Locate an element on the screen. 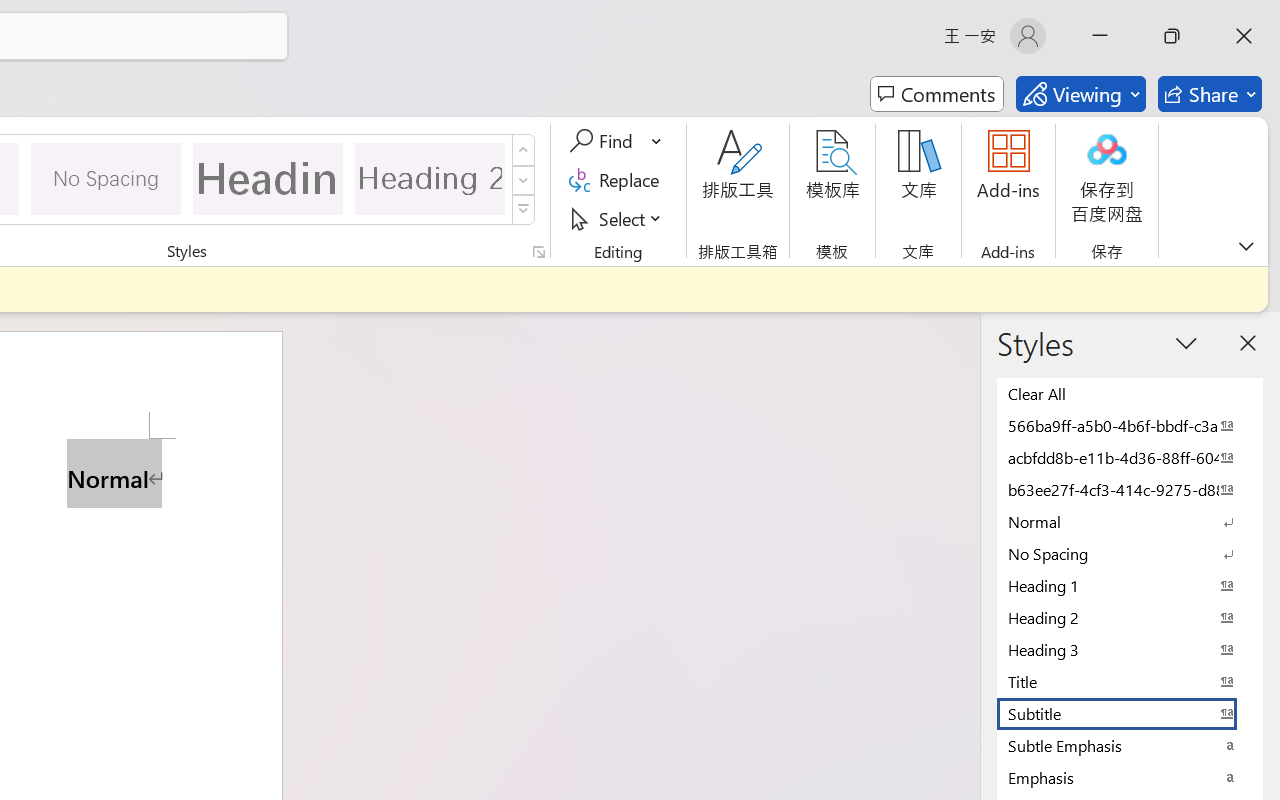 The image size is (1280, 800). 'Replace...' is located at coordinates (616, 179).